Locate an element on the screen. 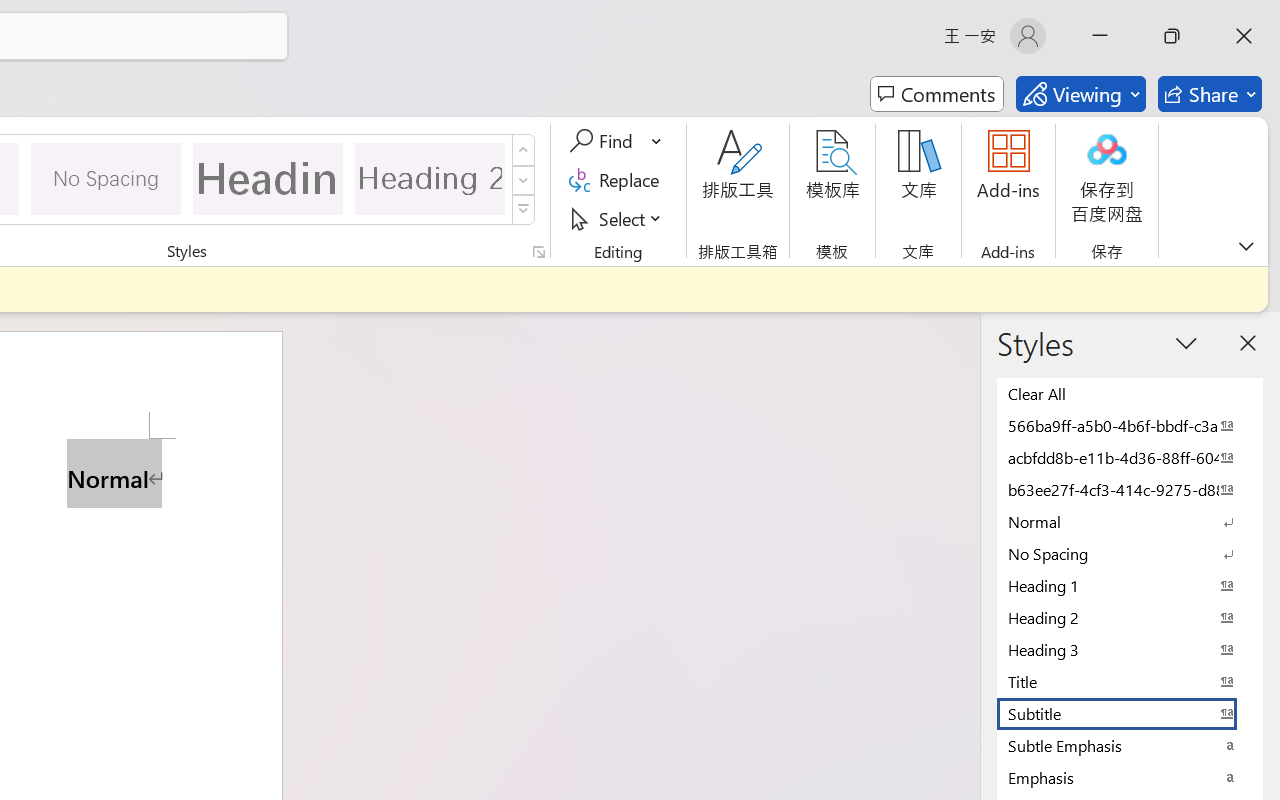 The image size is (1280, 800). 'Replace...' is located at coordinates (616, 179).